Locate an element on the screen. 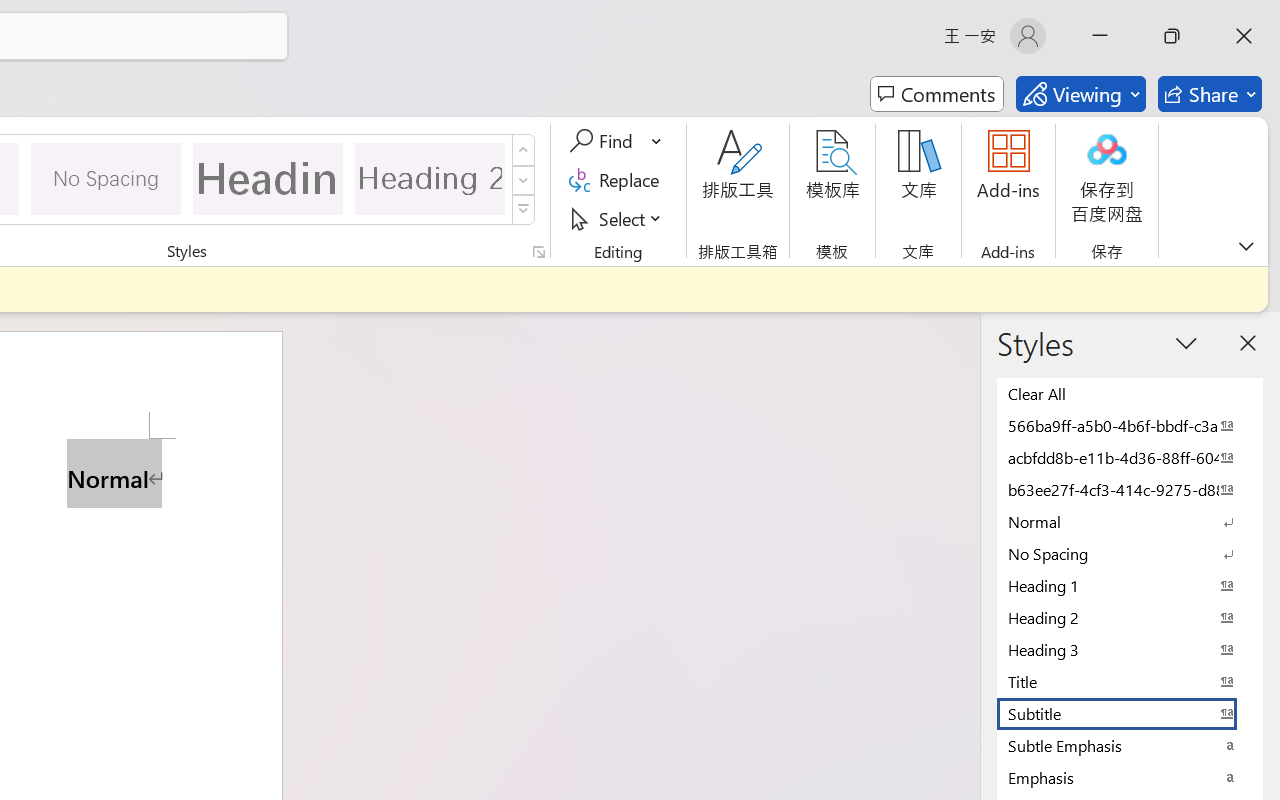 The image size is (1280, 800). 'Replace...' is located at coordinates (616, 179).